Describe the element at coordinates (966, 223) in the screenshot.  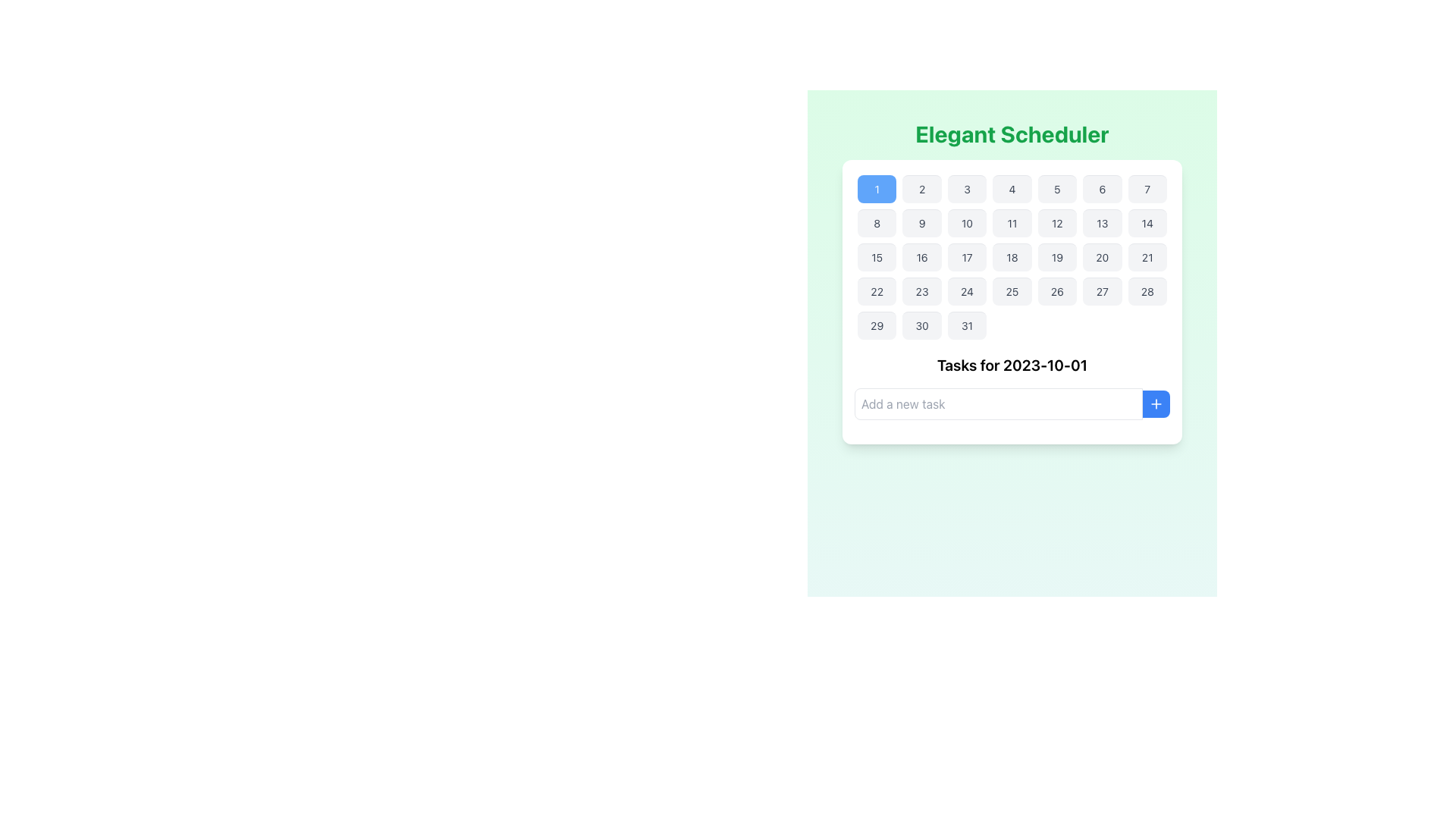
I see `the button representing the date '10' in the calendar interface to change its style` at that location.